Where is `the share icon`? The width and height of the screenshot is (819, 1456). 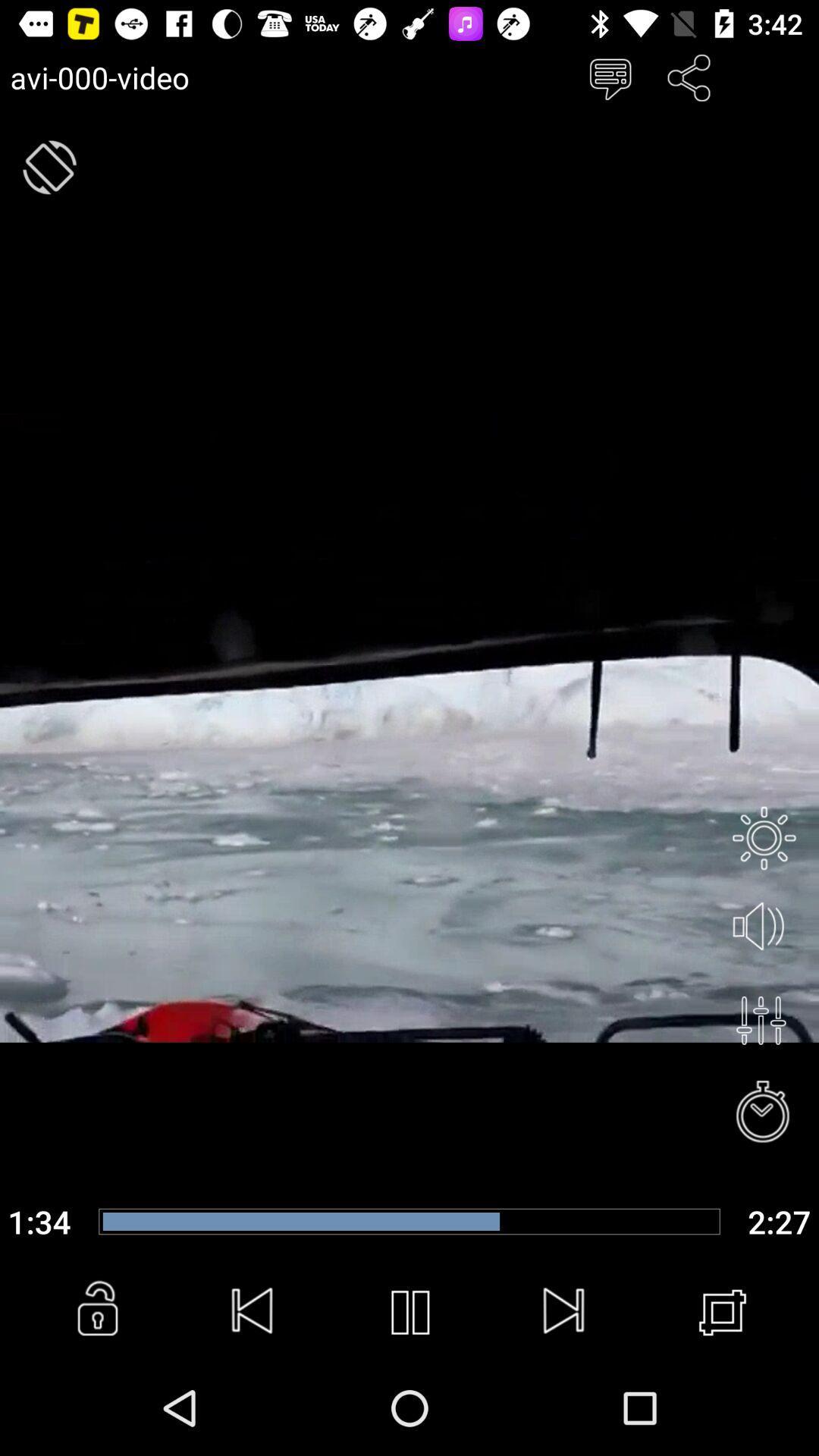
the share icon is located at coordinates (689, 77).